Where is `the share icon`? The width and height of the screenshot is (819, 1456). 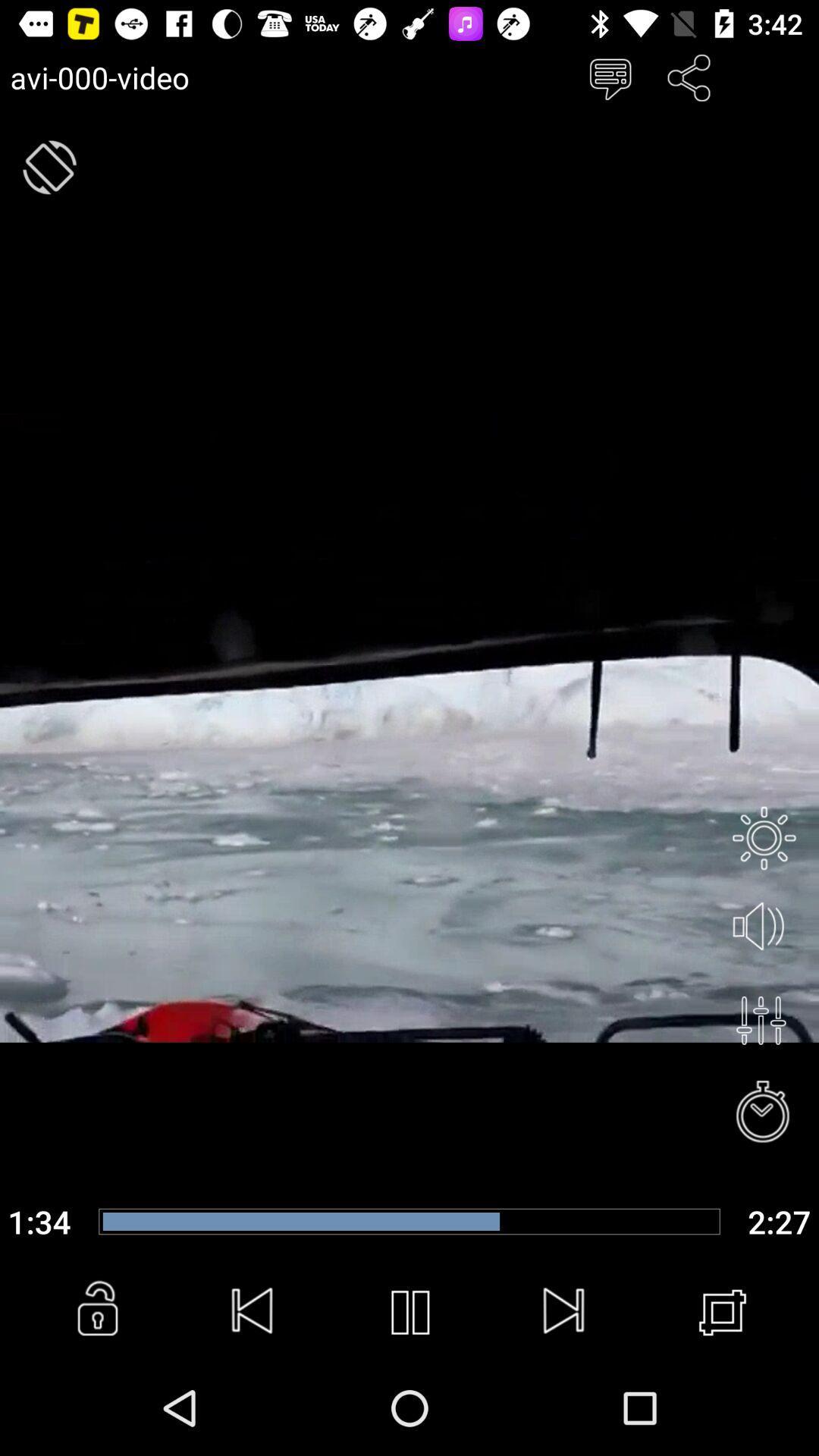
the share icon is located at coordinates (689, 77).